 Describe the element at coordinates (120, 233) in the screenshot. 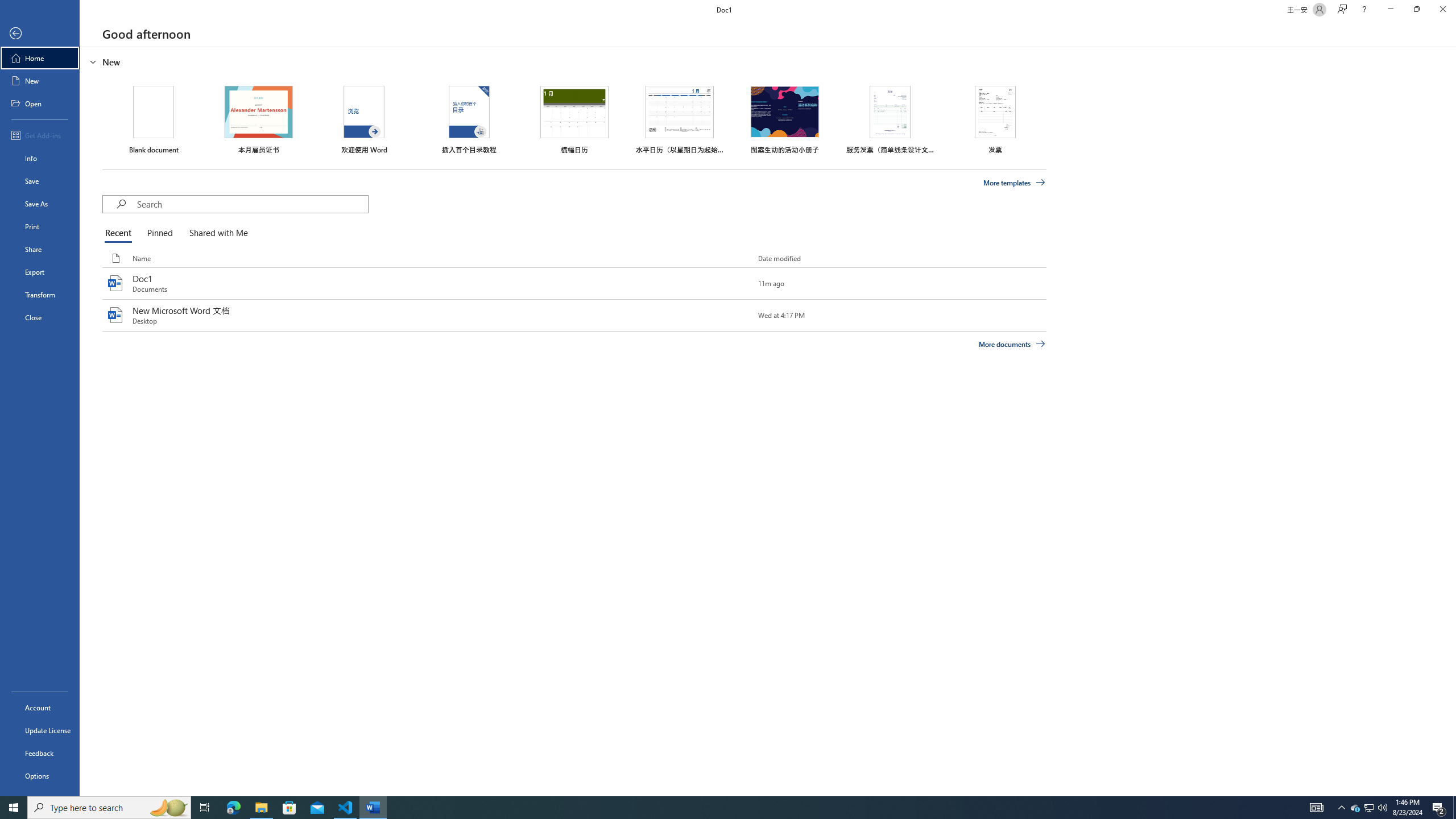

I see `'Recent'` at that location.